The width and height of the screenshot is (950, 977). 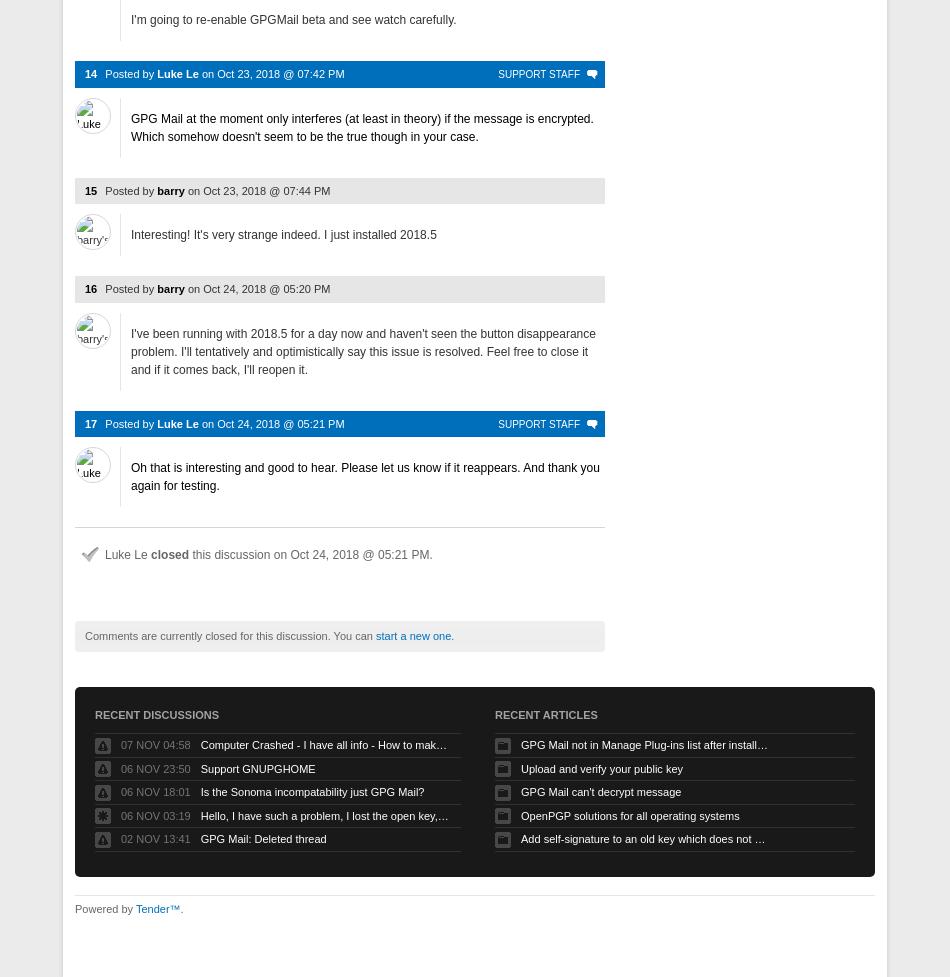 I want to click on '16', so click(x=91, y=287).